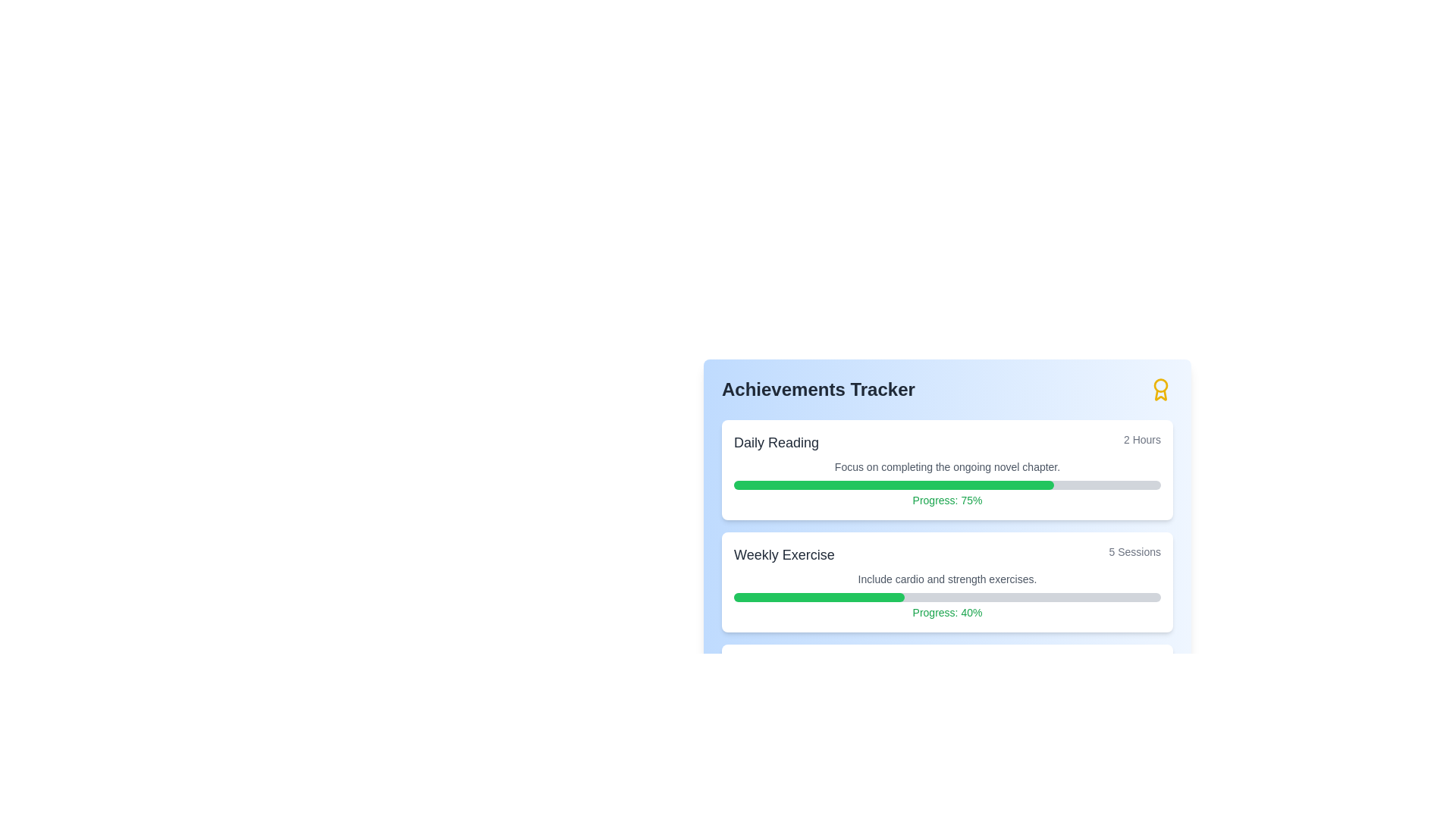 This screenshot has width=1456, height=819. Describe the element at coordinates (946, 500) in the screenshot. I see `text content of the progress indicator label located below the green-filled progress bar in the 'Daily Reading' section` at that location.